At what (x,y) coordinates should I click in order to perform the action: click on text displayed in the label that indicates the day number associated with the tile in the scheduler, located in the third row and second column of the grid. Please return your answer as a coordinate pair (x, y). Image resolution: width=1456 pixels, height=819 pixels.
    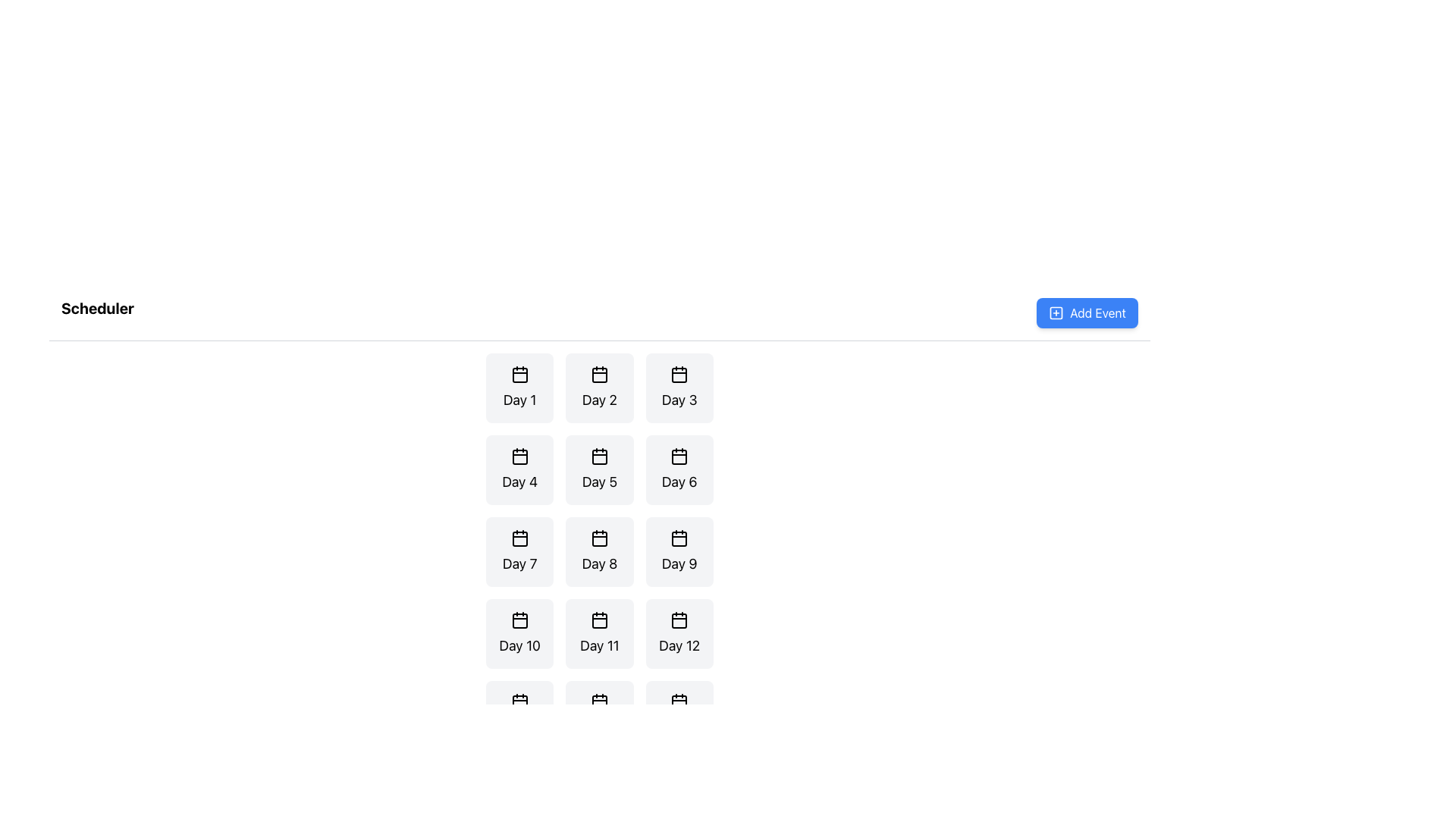
    Looking at the image, I should click on (599, 564).